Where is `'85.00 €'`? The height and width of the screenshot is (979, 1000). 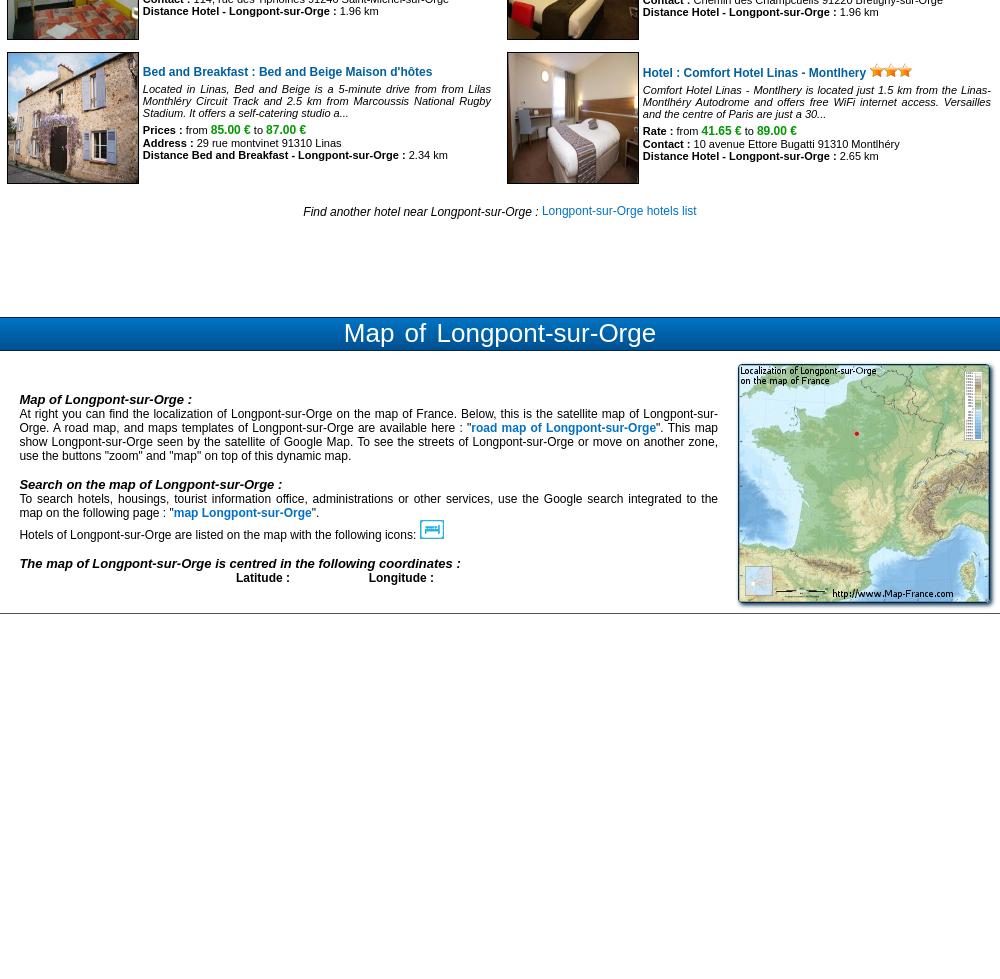
'85.00 €' is located at coordinates (229, 129).